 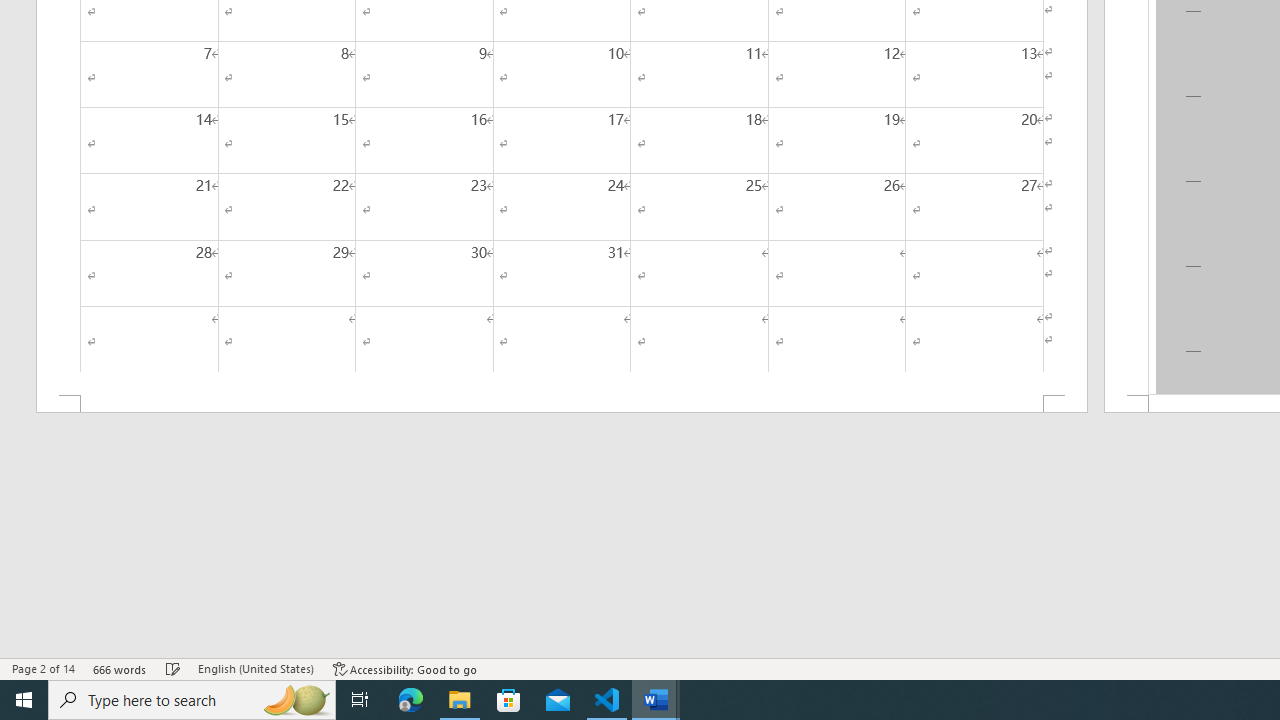 I want to click on 'Type here to search', so click(x=192, y=698).